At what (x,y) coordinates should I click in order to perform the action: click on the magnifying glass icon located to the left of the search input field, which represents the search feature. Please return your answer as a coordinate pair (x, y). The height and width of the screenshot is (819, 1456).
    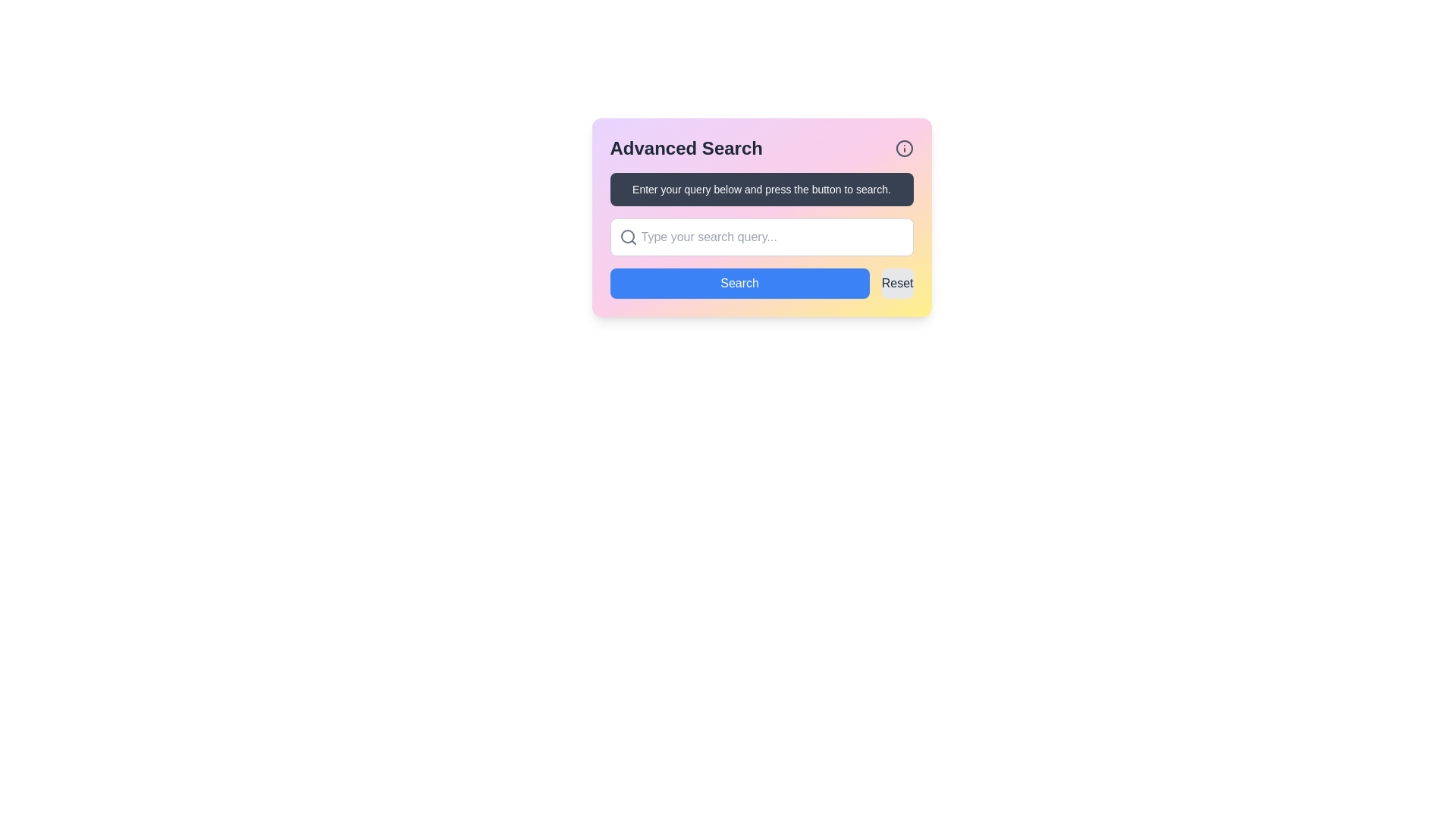
    Looking at the image, I should click on (628, 237).